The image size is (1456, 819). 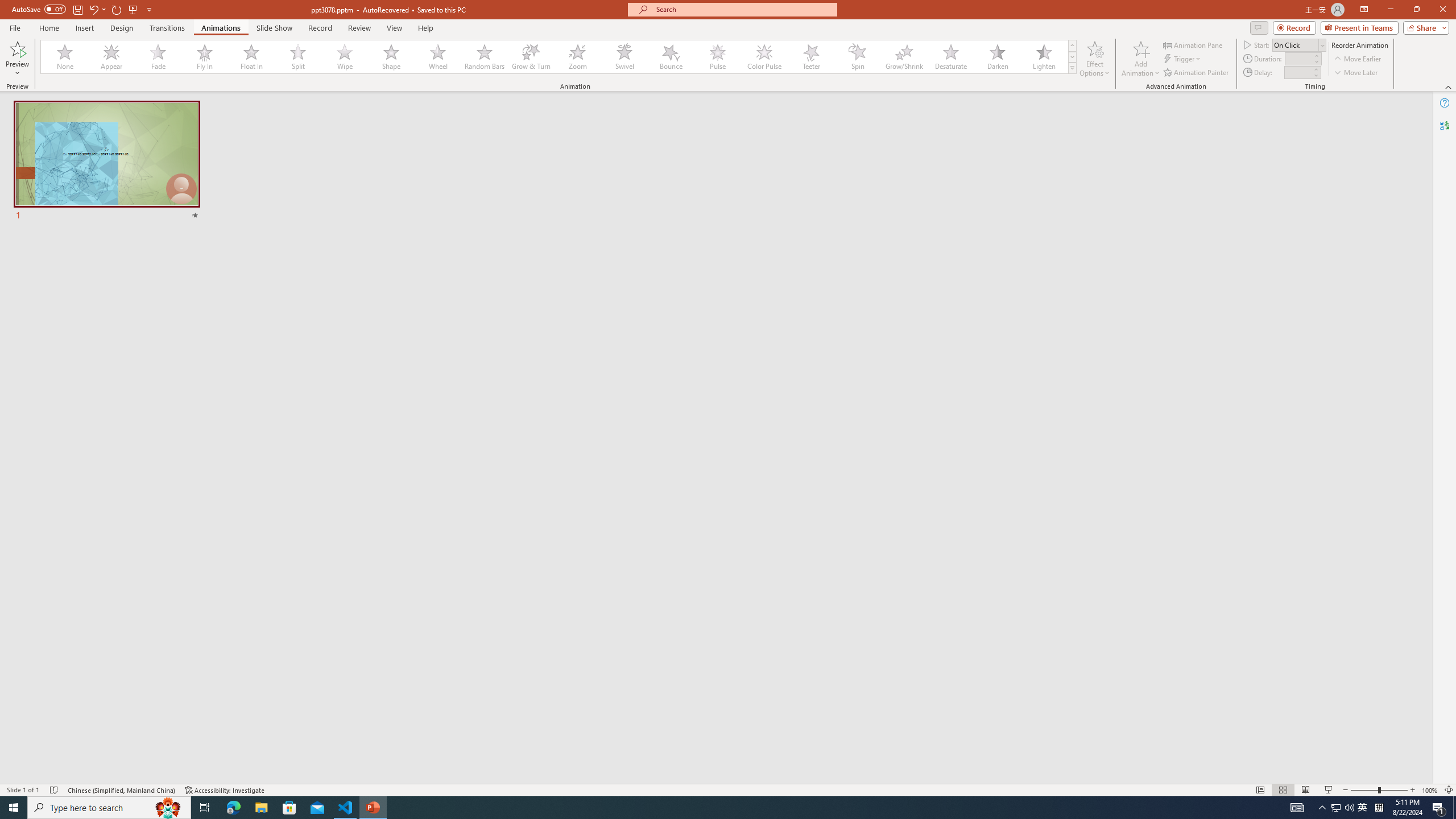 I want to click on 'Spin', so click(x=857, y=56).